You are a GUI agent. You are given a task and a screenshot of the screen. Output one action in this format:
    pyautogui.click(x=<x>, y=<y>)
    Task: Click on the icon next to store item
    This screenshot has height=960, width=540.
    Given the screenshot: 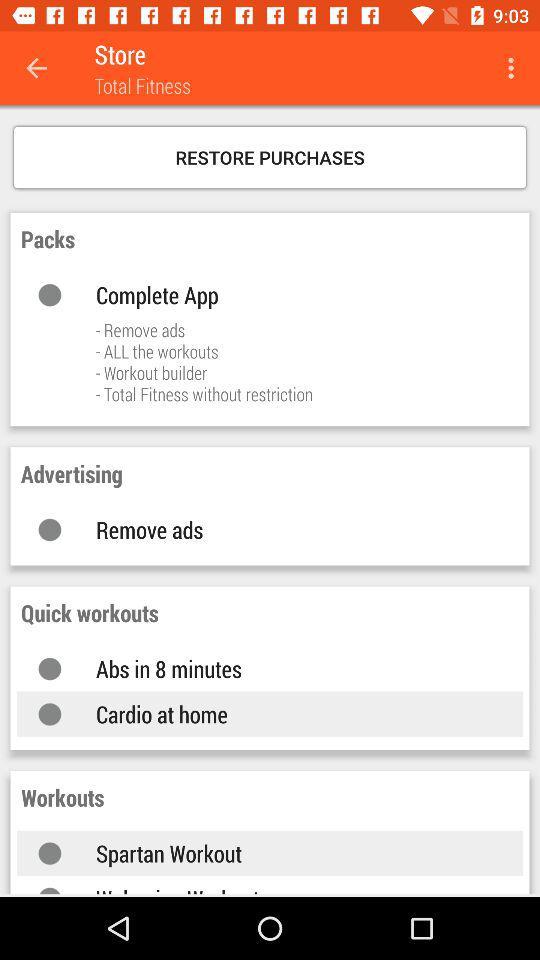 What is the action you would take?
    pyautogui.click(x=36, y=68)
    